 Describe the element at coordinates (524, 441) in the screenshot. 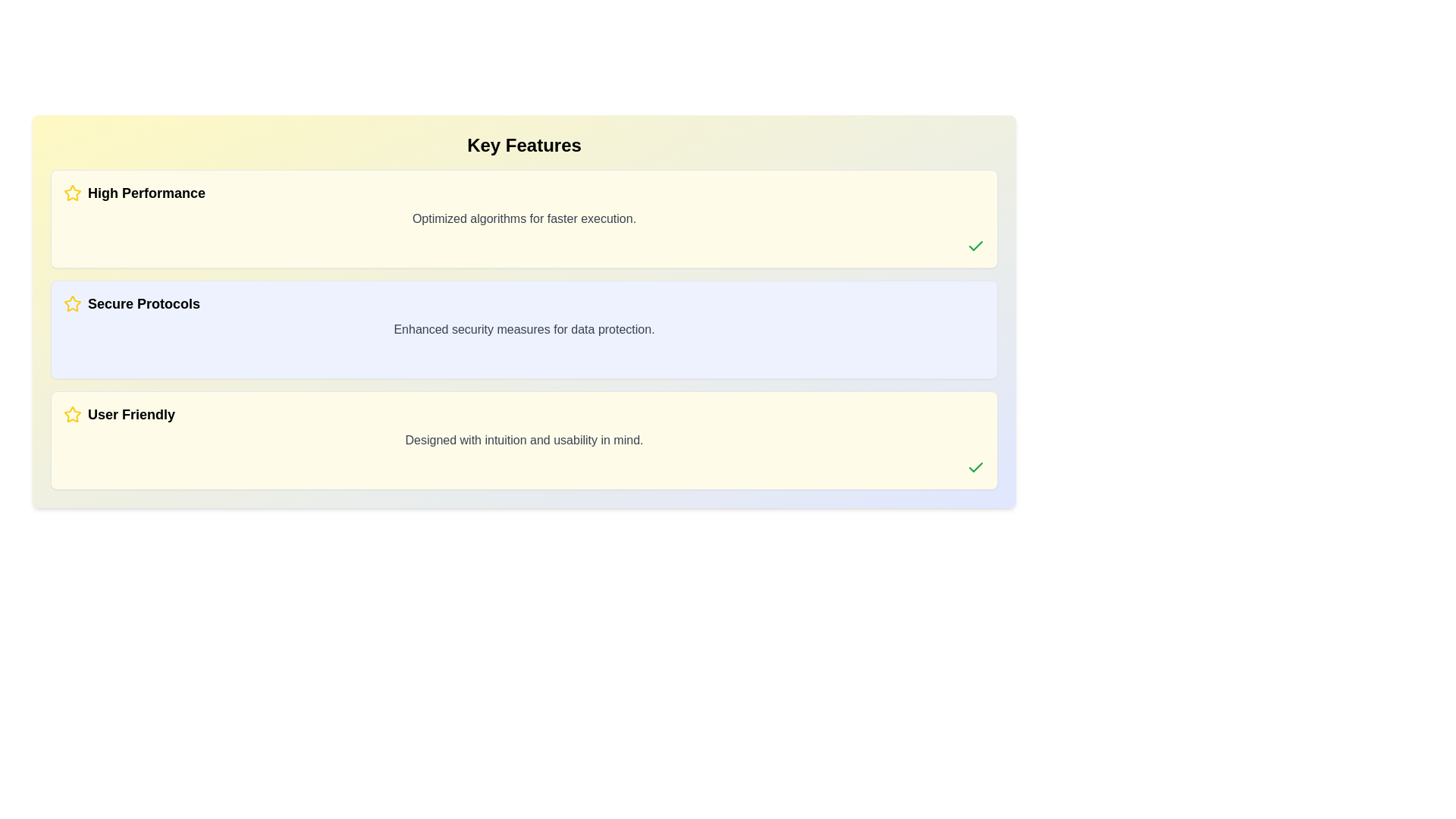

I see `the description text of User Friendly to select it` at that location.